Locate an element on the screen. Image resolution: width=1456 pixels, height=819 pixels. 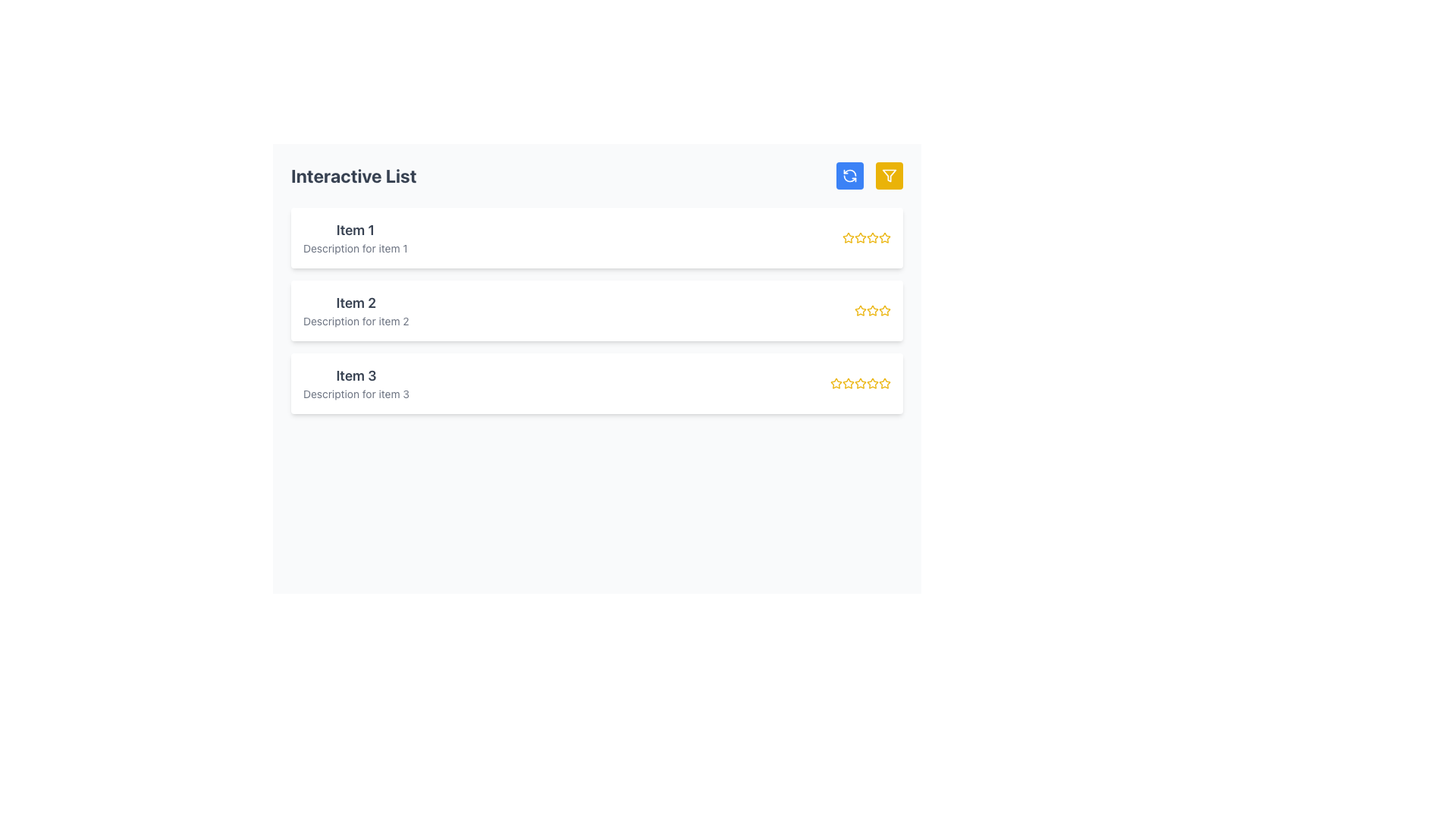
the second gold-colored star icon in the five-star rating component under 'Item 3' is located at coordinates (847, 382).